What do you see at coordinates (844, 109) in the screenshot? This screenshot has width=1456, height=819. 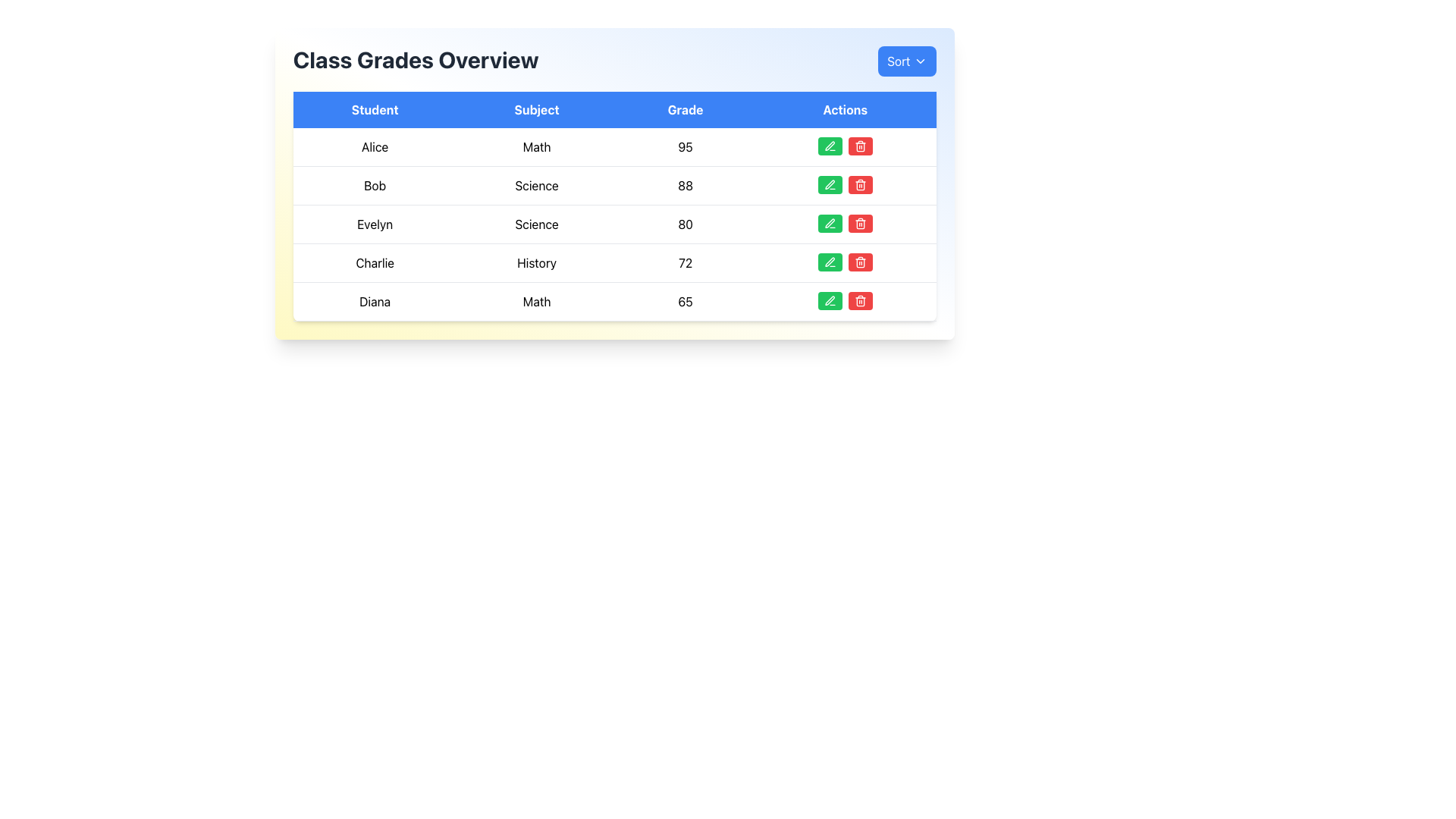 I see `the 'Actions' header in the table, which is the last of four headers including 'Student', 'Subject', and 'Grade'` at bounding box center [844, 109].